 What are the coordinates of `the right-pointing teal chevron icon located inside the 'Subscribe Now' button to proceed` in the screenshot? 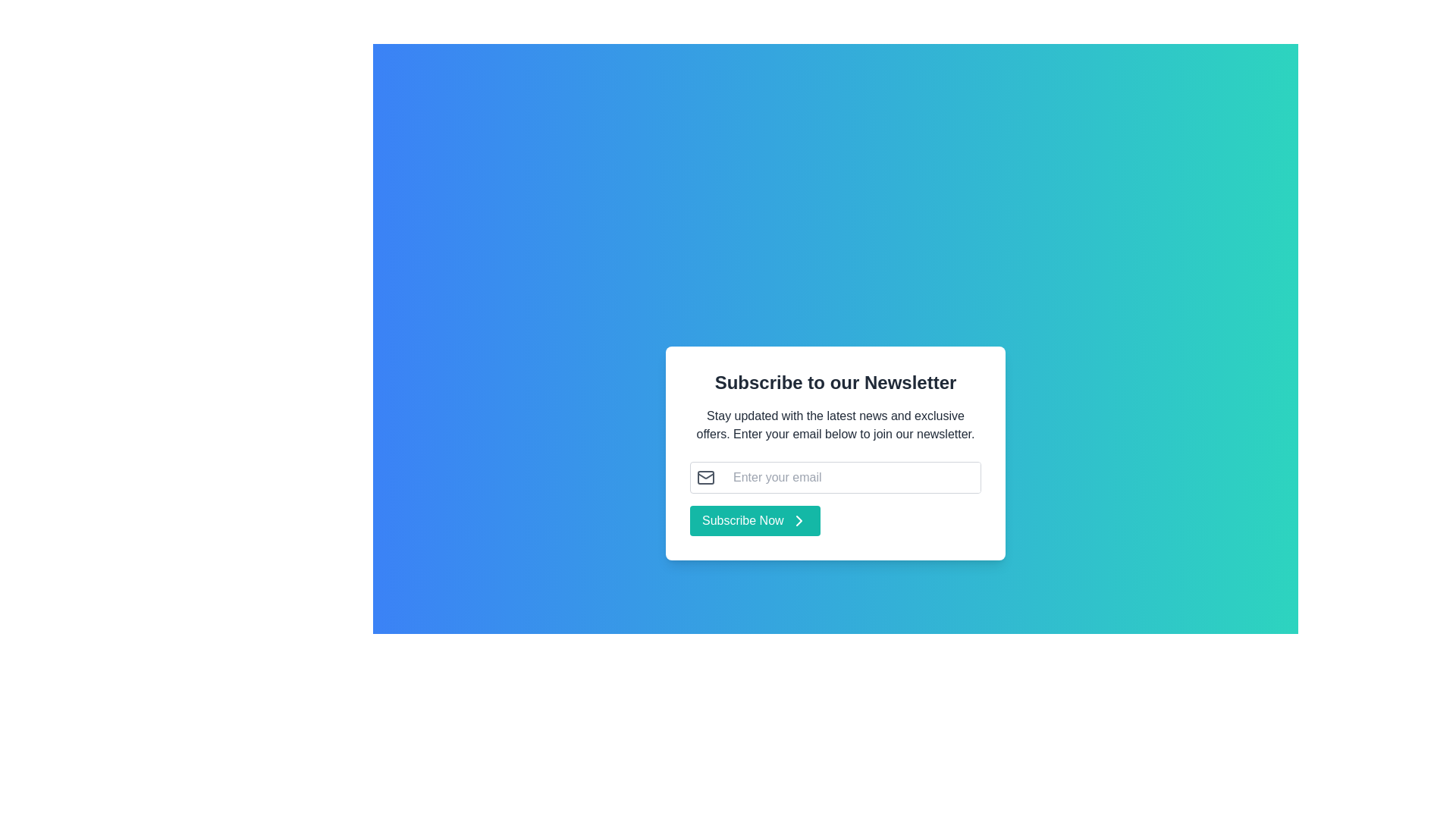 It's located at (798, 519).